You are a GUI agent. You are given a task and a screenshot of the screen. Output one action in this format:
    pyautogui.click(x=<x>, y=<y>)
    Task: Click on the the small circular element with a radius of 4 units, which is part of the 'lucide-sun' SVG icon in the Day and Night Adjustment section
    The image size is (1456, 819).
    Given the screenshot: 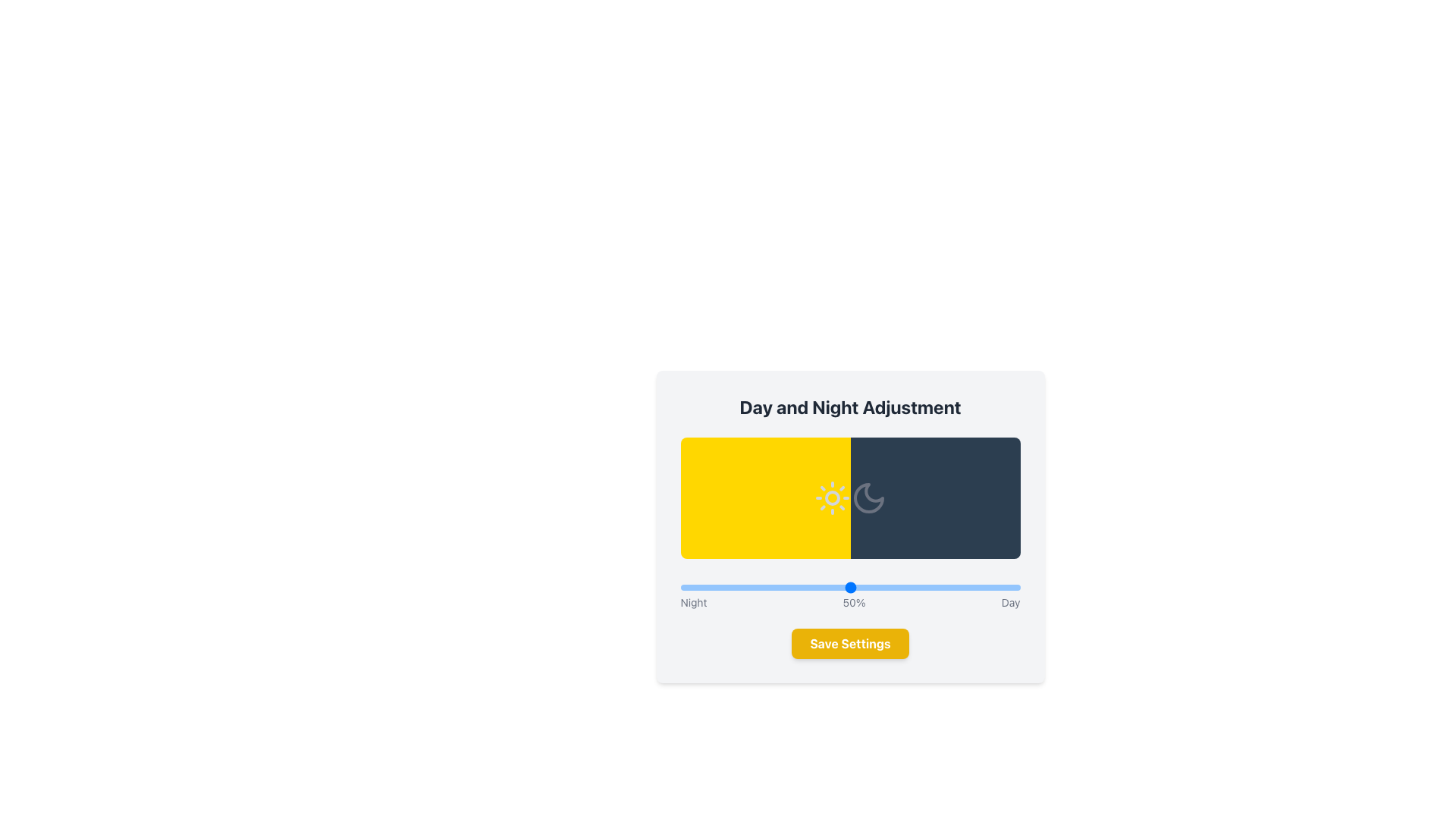 What is the action you would take?
    pyautogui.click(x=831, y=497)
    